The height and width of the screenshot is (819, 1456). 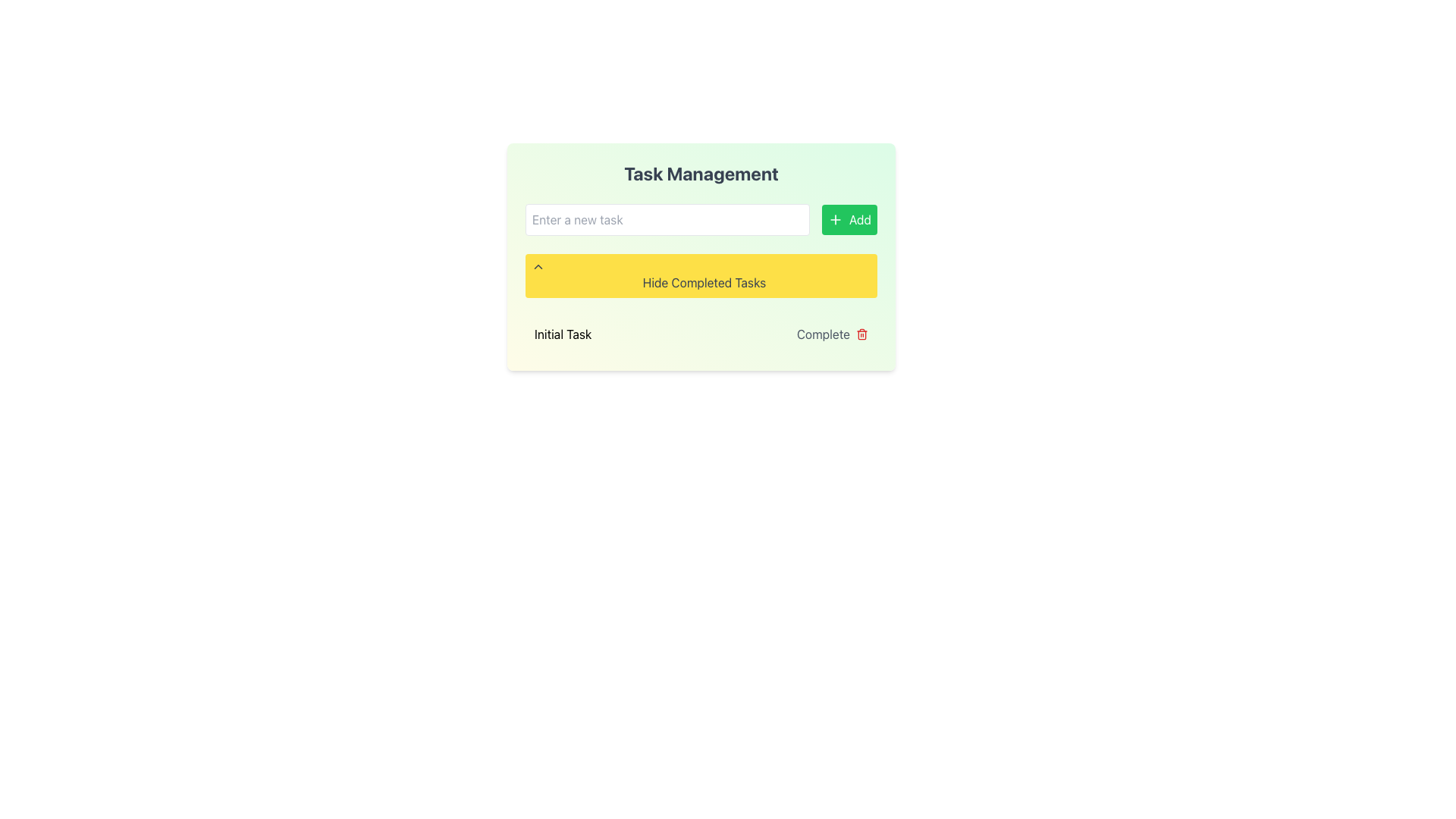 I want to click on the delete button located to the right of the 'Complete' text using keyboard navigation, so click(x=862, y=333).